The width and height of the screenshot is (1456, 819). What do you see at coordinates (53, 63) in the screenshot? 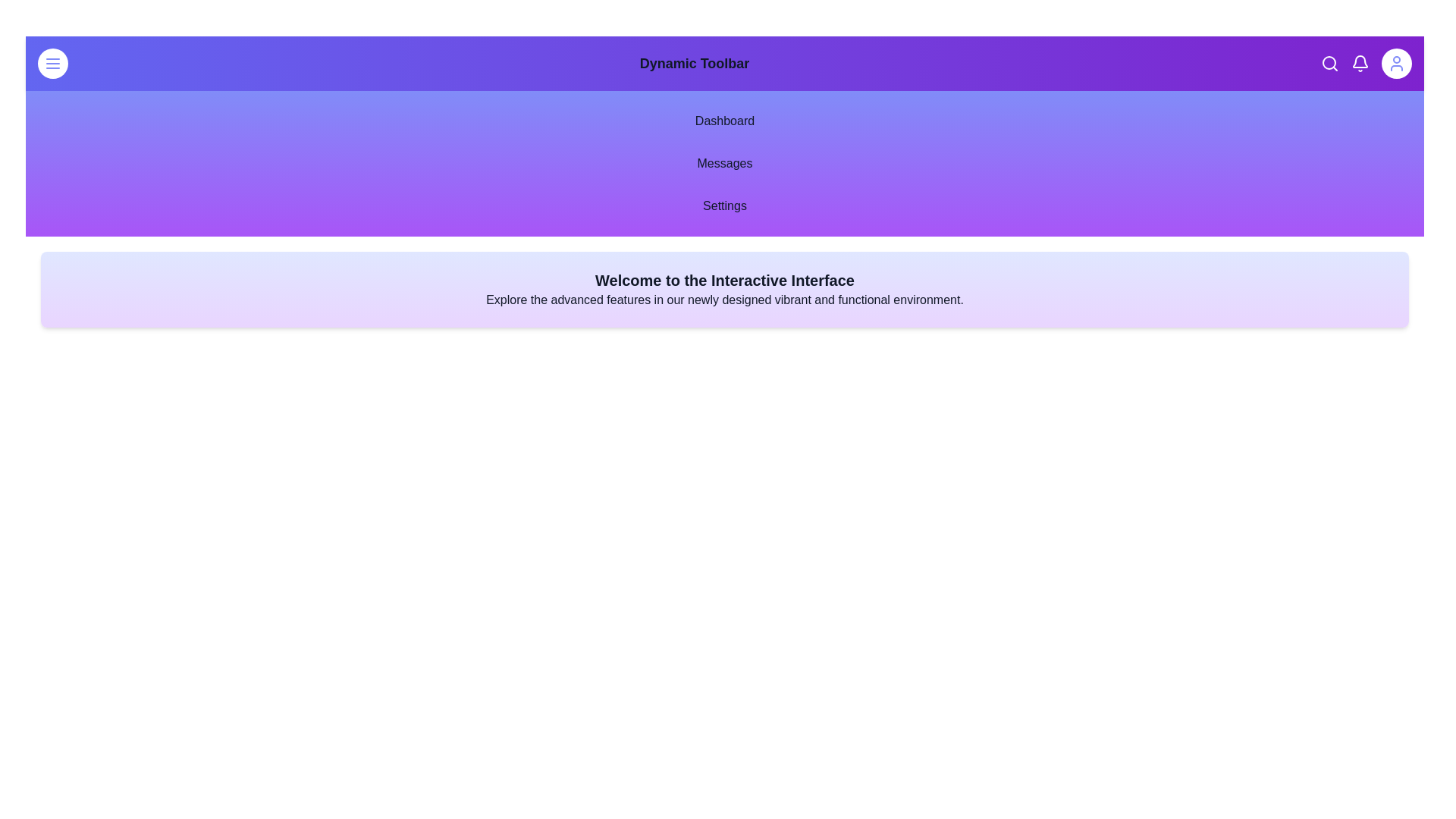
I see `the menu button to toggle the menu visibility` at bounding box center [53, 63].